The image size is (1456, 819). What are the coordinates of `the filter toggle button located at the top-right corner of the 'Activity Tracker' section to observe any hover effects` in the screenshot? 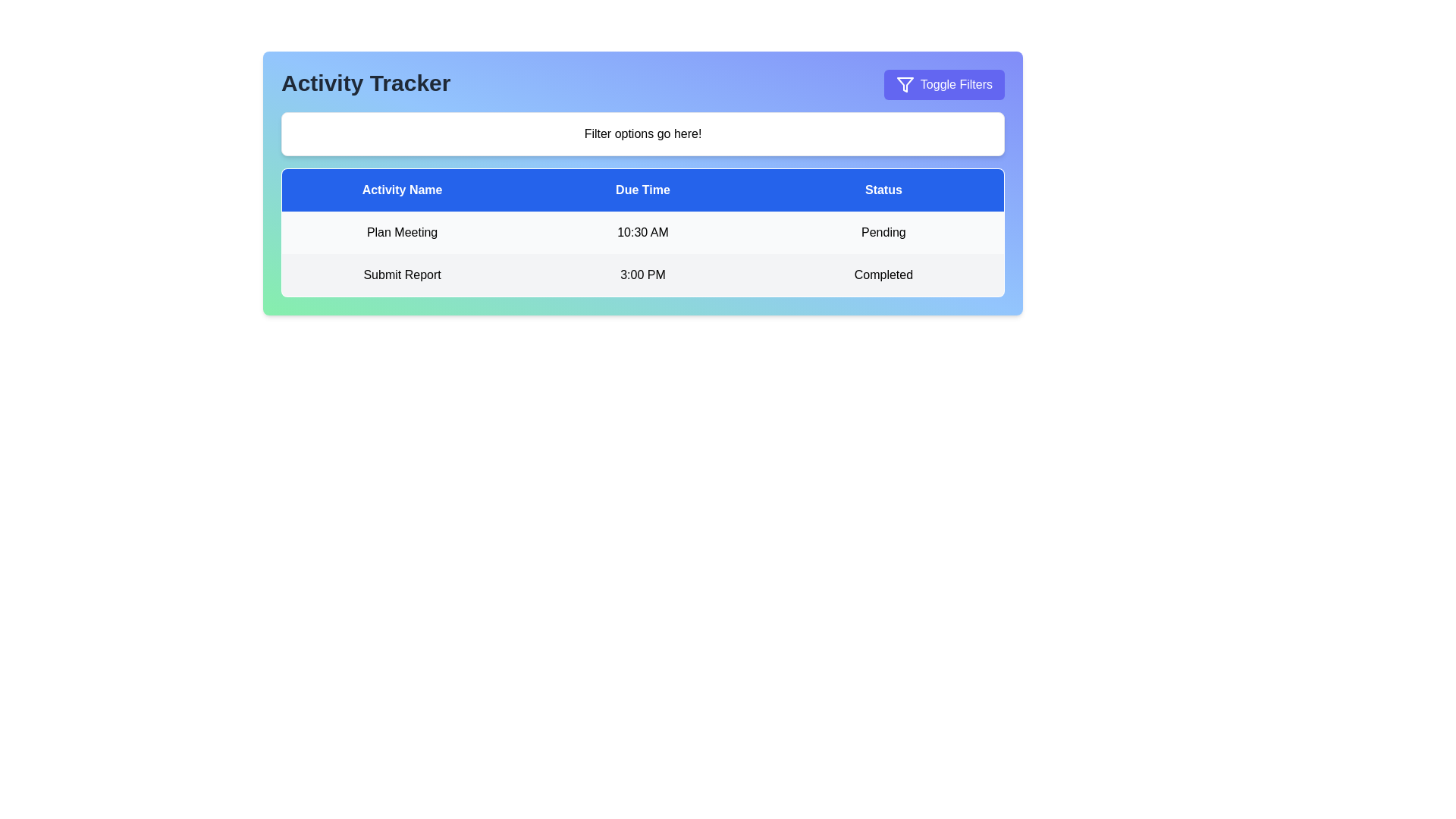 It's located at (943, 84).